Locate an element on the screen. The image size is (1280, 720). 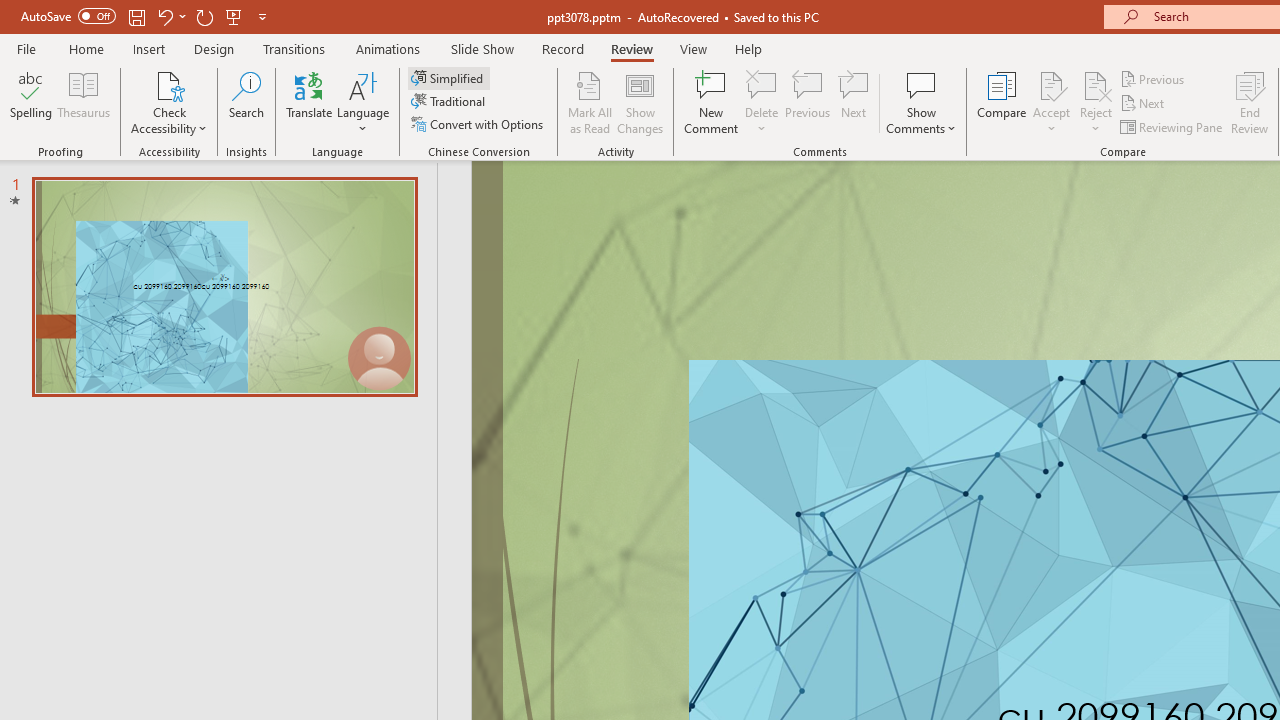
'End Review' is located at coordinates (1248, 103).